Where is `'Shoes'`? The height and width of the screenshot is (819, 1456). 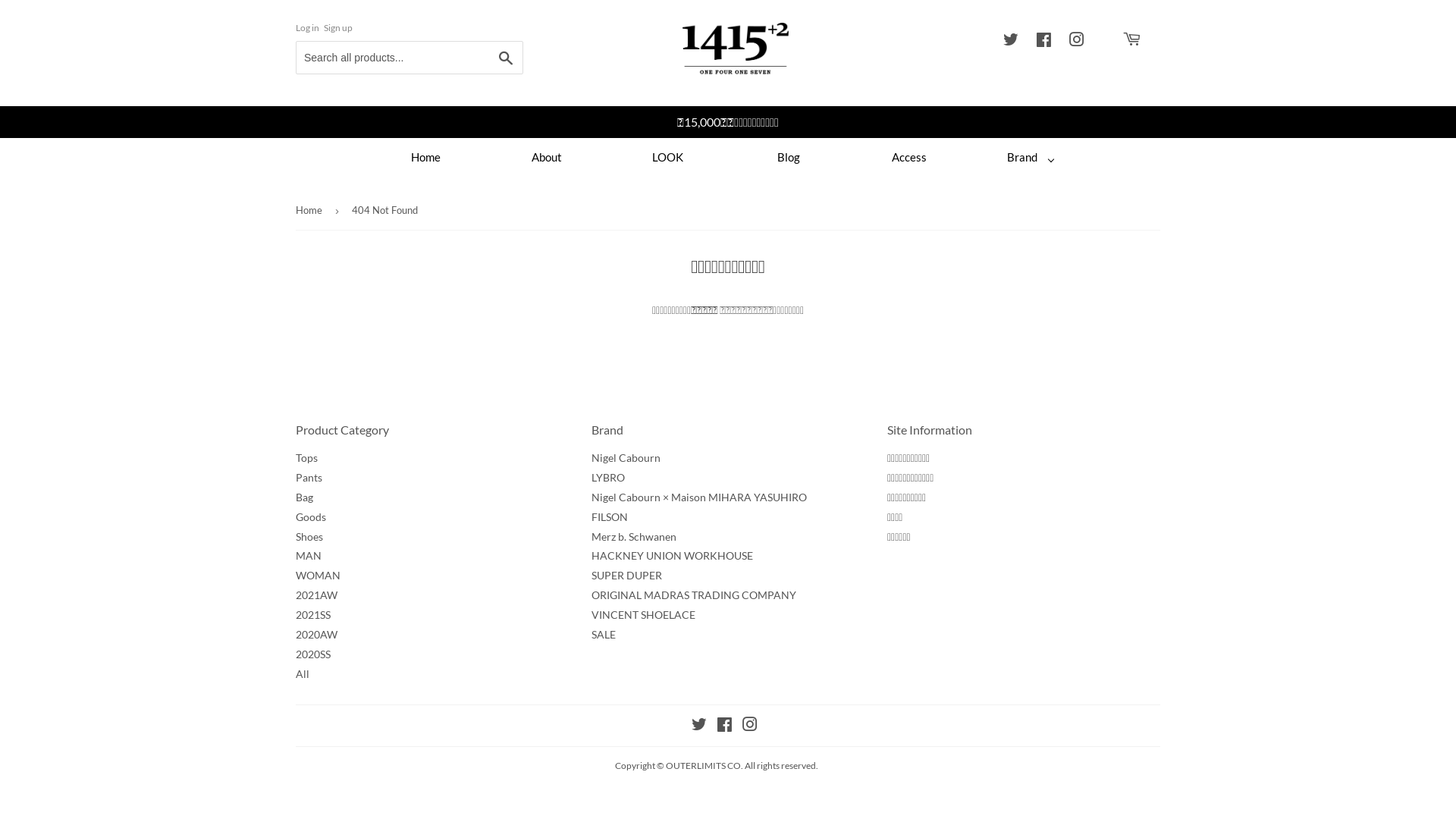
'Shoes' is located at coordinates (309, 535).